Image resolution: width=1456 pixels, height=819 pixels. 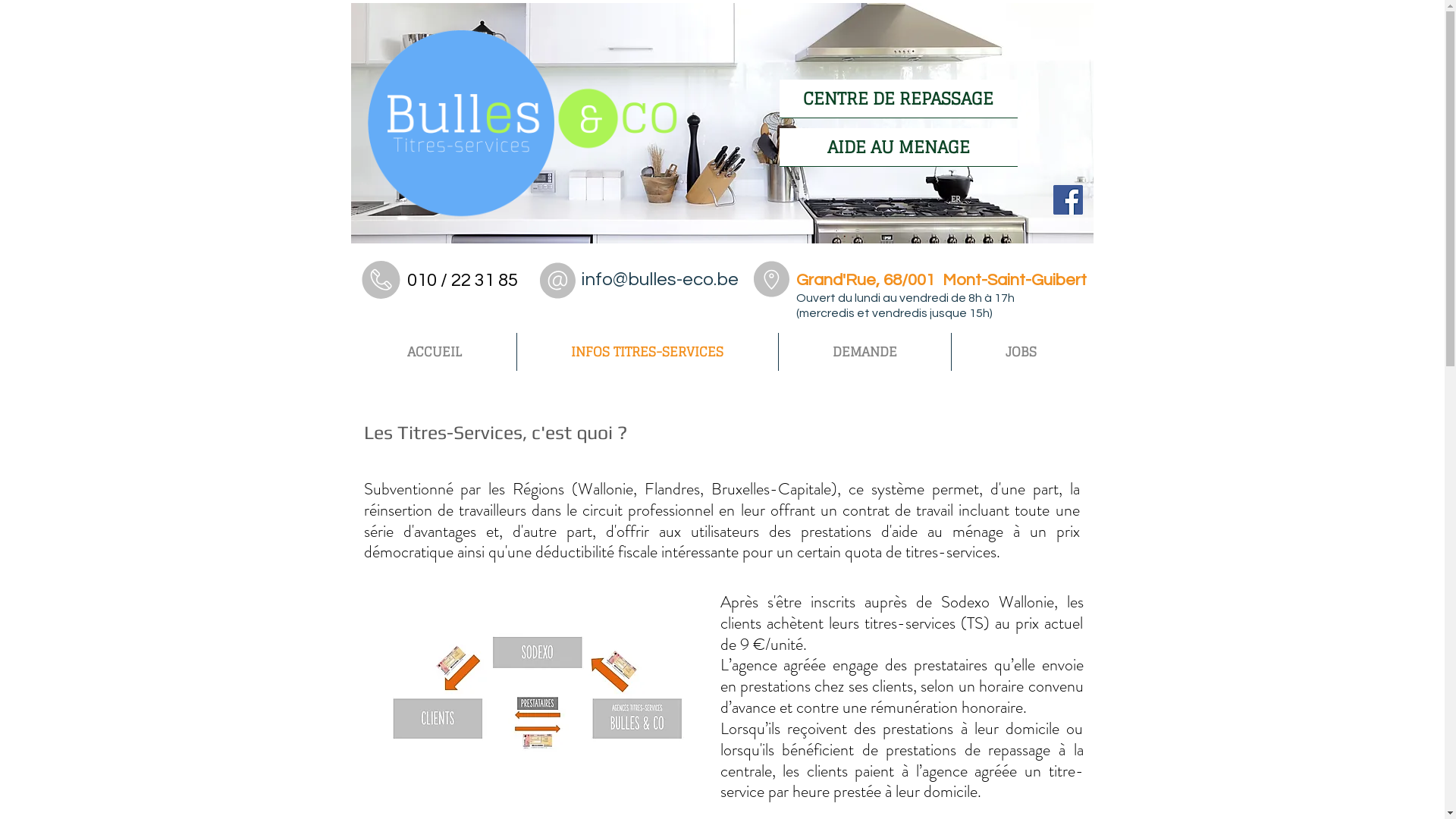 I want to click on 'info@bulles-eco.be', so click(x=659, y=279).